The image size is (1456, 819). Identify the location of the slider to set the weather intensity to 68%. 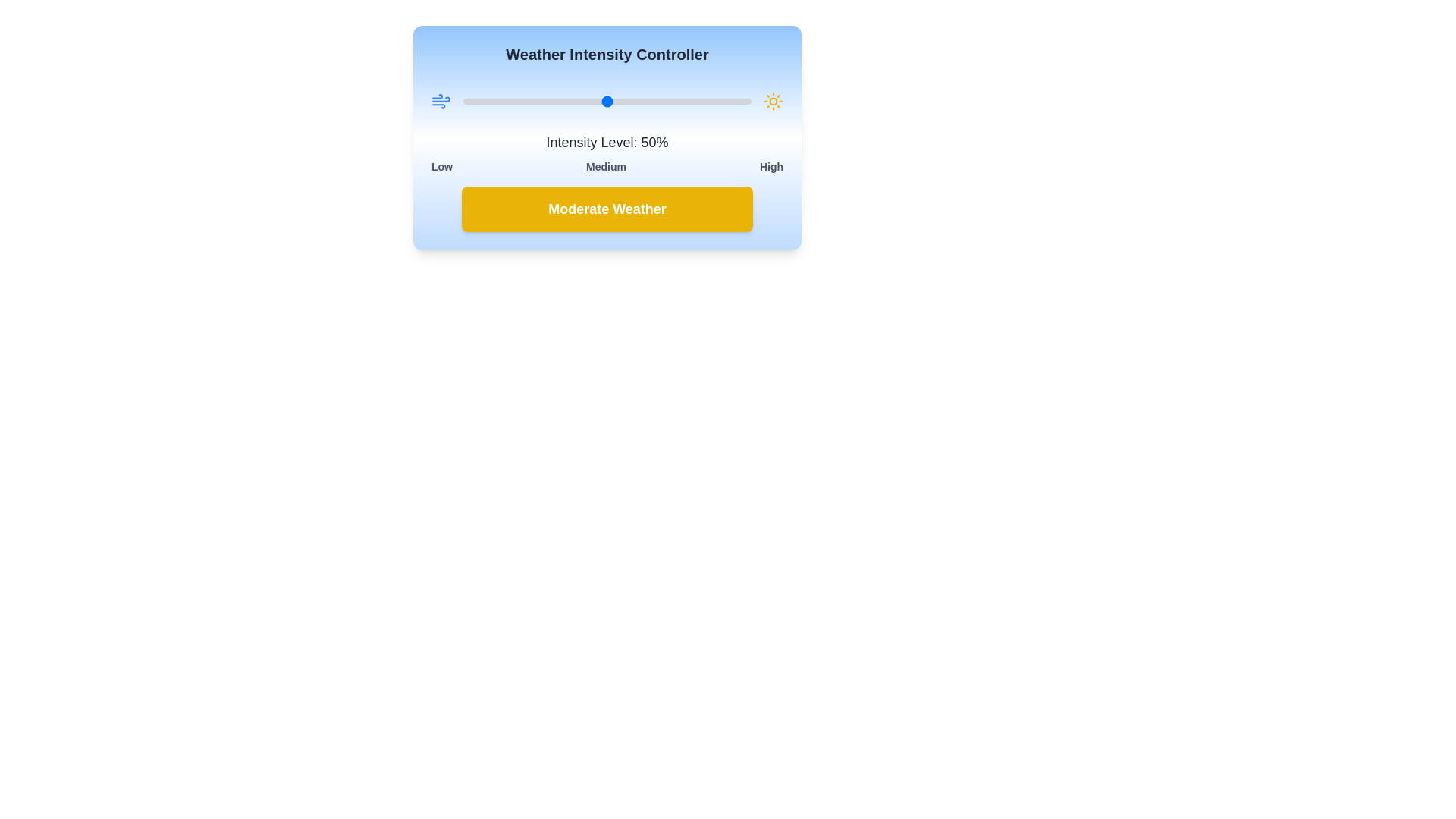
(659, 102).